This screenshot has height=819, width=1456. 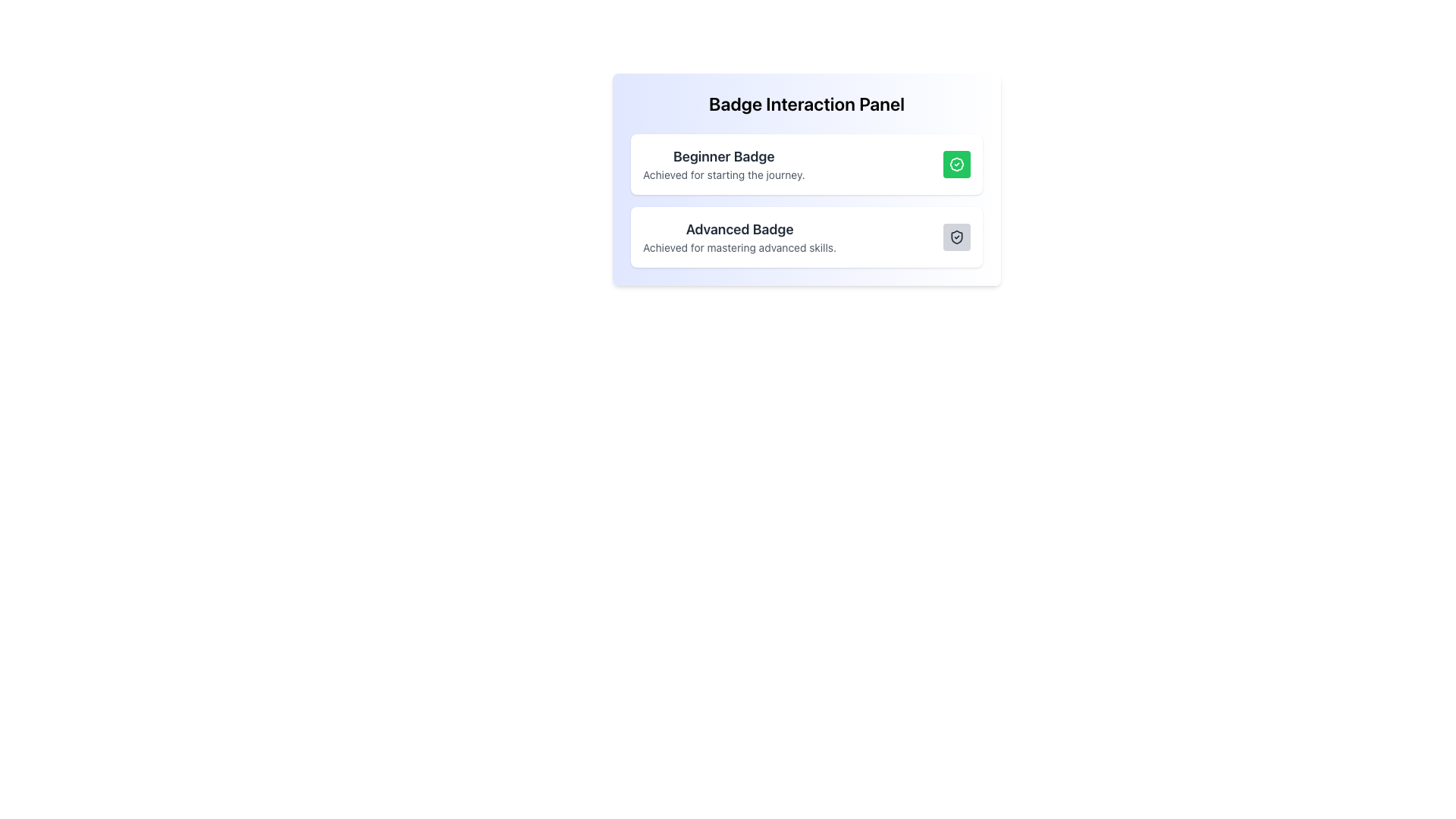 What do you see at coordinates (956, 237) in the screenshot?
I see `the shield icon with a checkmark in the 'Advanced Badge' section of the 'Badge Interaction Panel'` at bounding box center [956, 237].